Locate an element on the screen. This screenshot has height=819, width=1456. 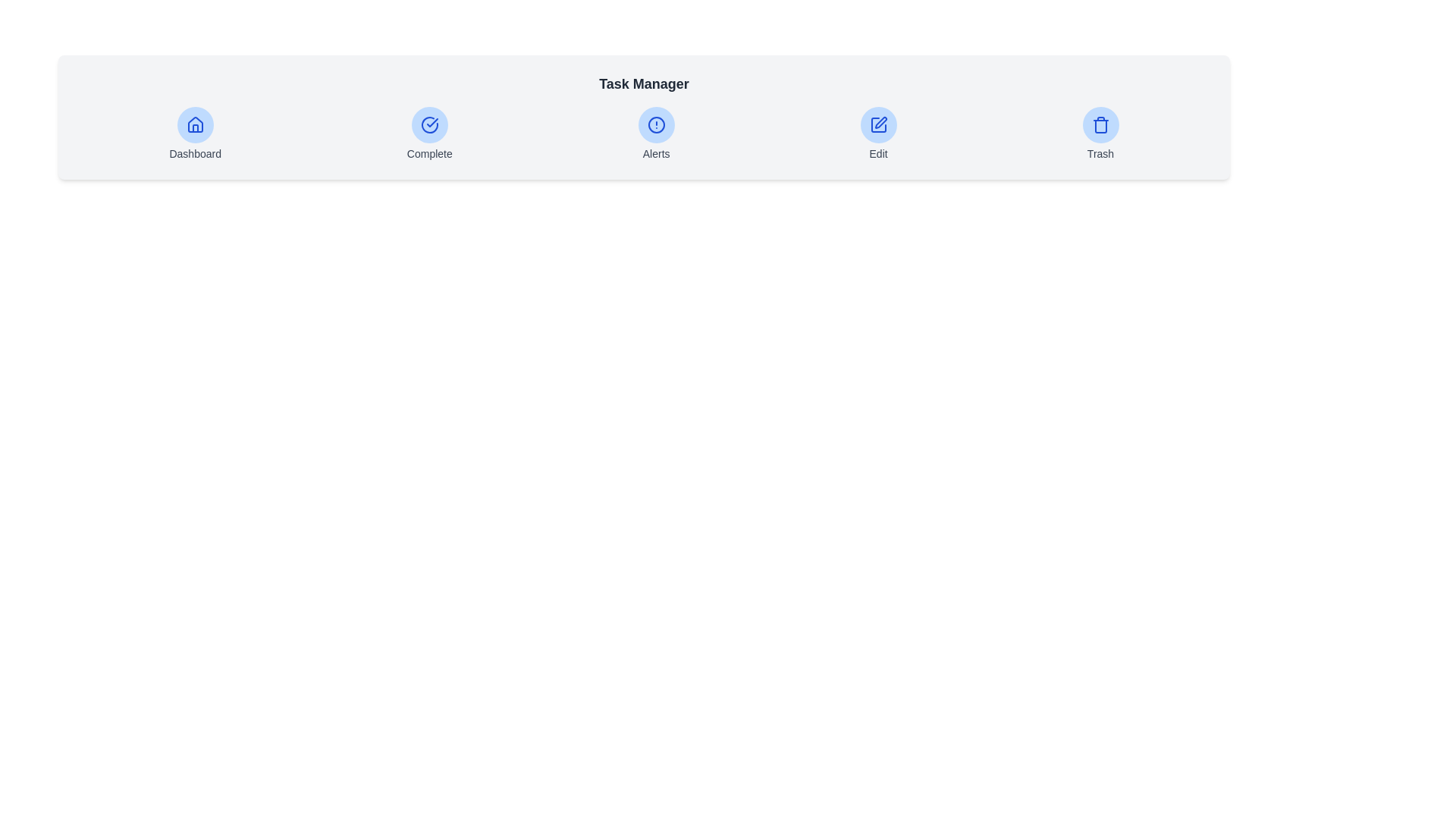
the 'Edit' SVG icon, which depicts a pencil over a square outline is located at coordinates (878, 124).